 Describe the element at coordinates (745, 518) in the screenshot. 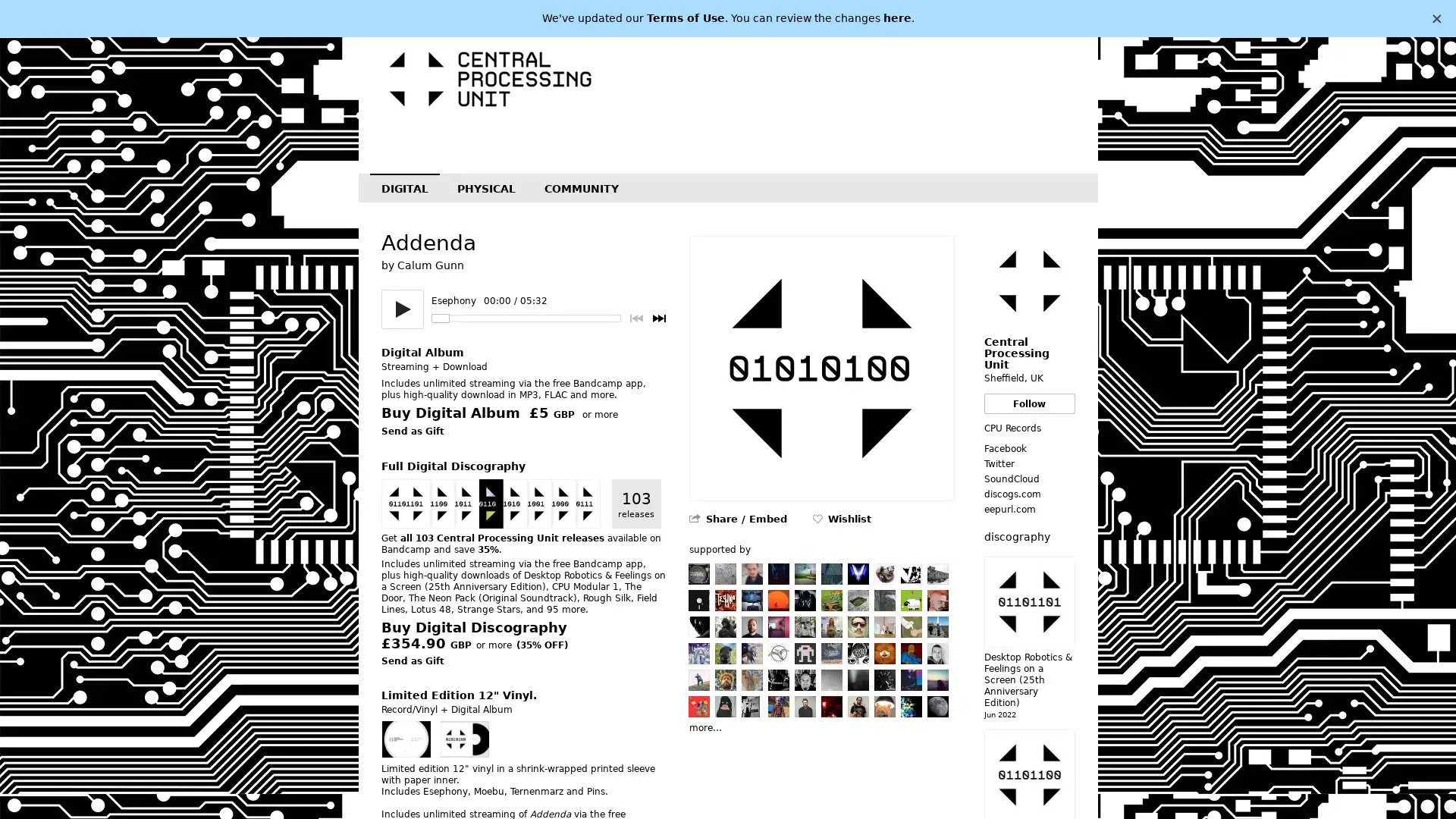

I see `Share / Embed` at that location.